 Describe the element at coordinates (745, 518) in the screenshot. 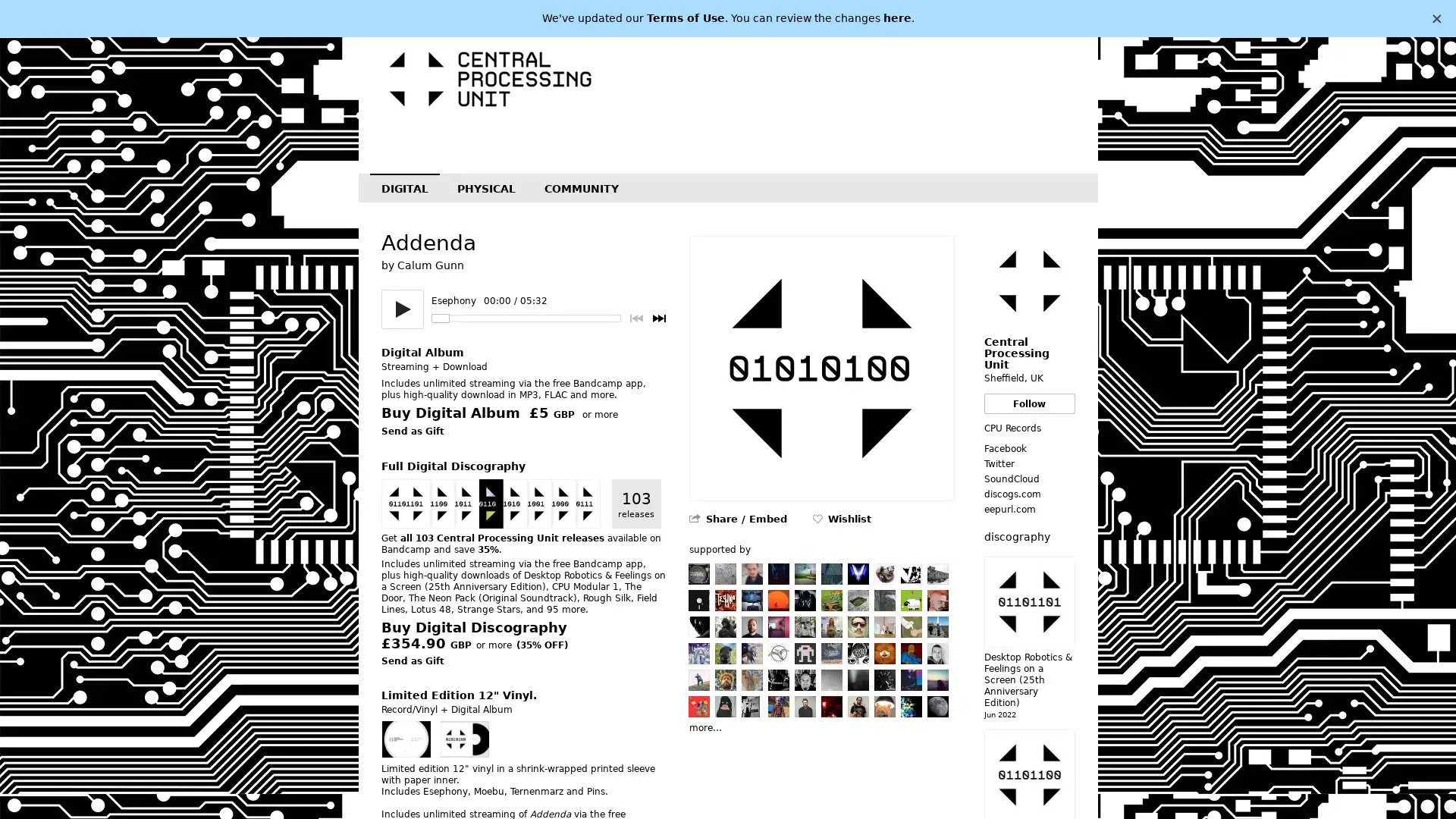

I see `Share / Embed` at that location.